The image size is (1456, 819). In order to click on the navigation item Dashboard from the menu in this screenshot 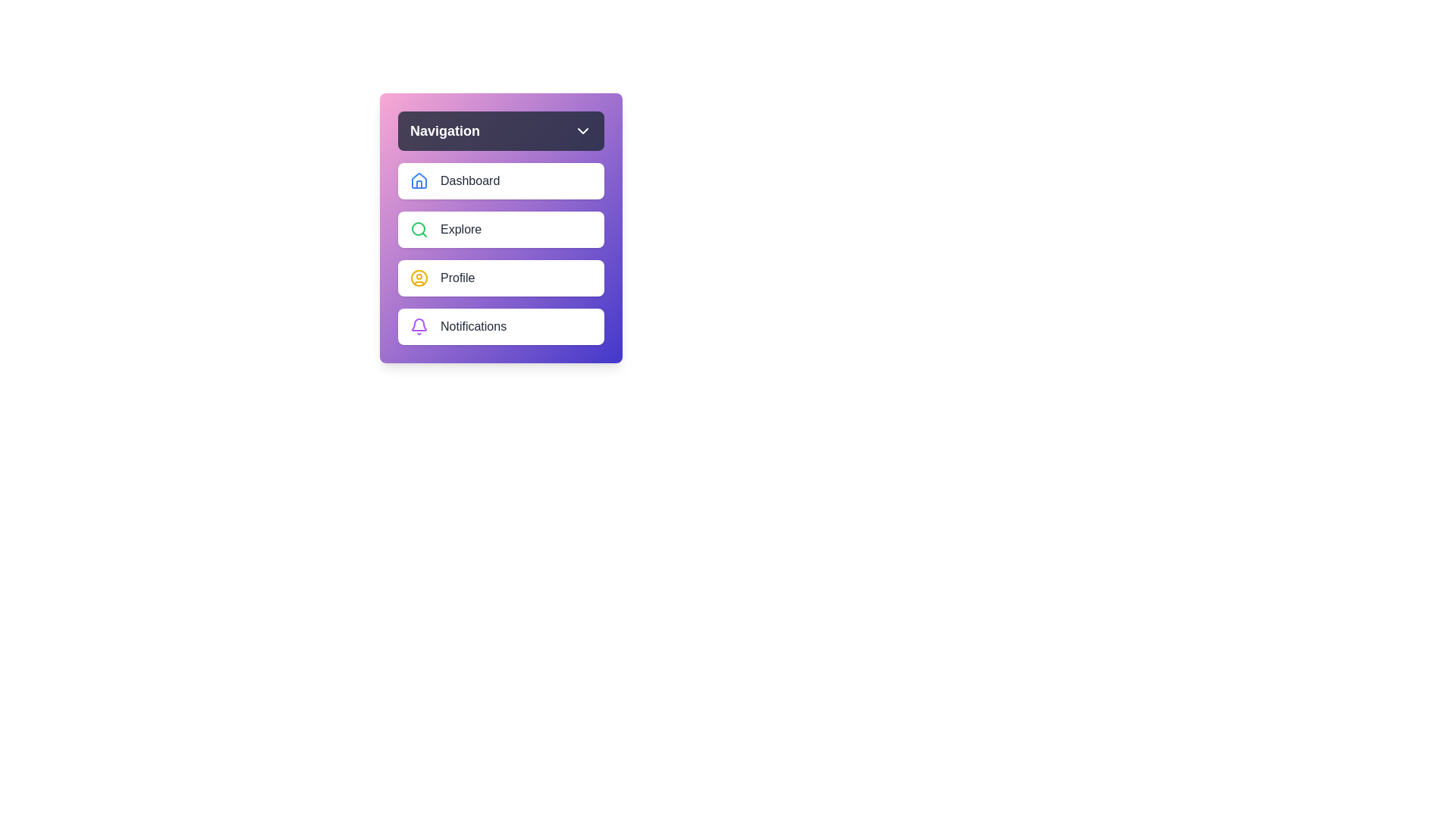, I will do `click(501, 180)`.